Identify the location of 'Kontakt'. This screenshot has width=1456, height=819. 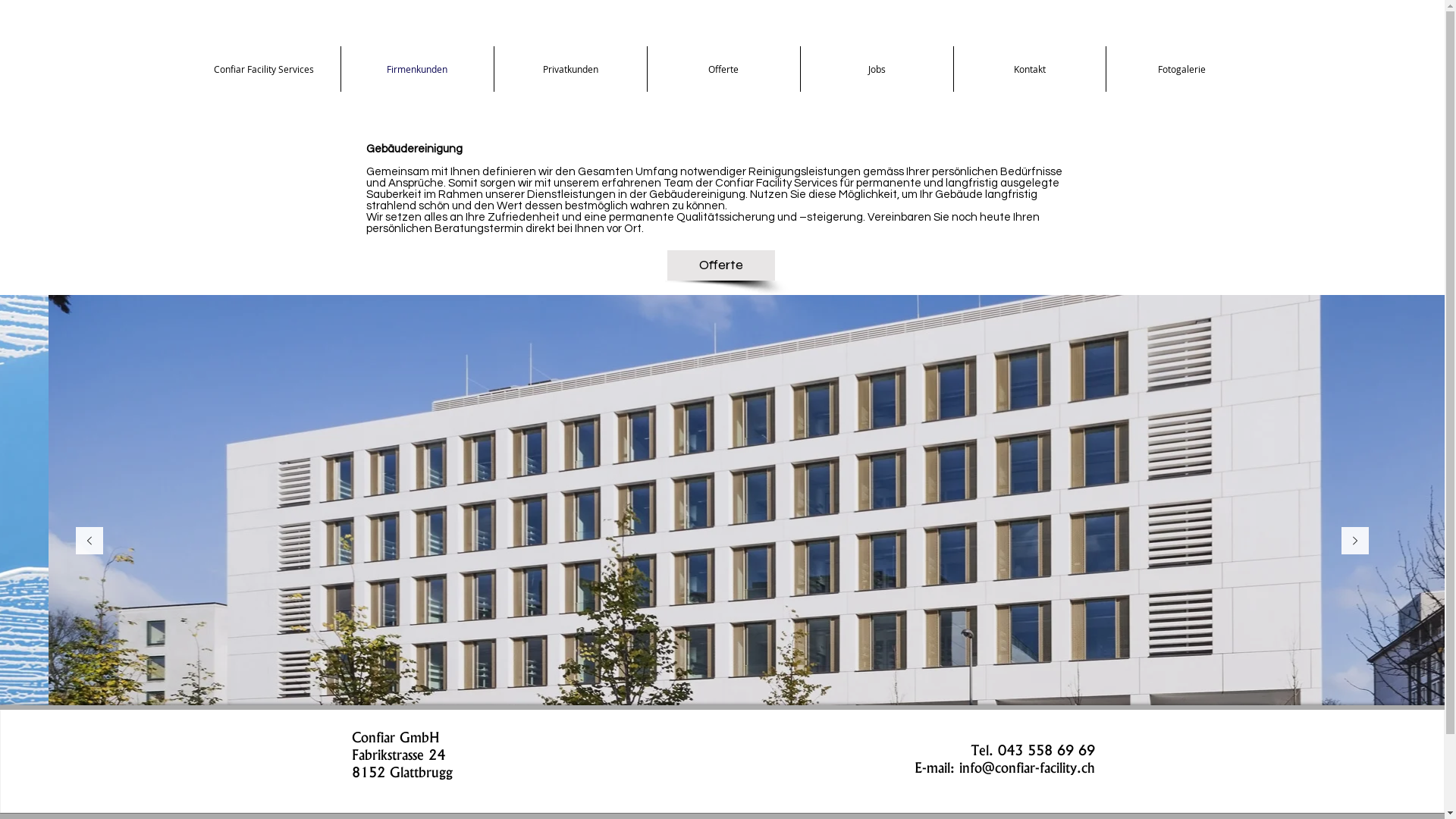
(1030, 69).